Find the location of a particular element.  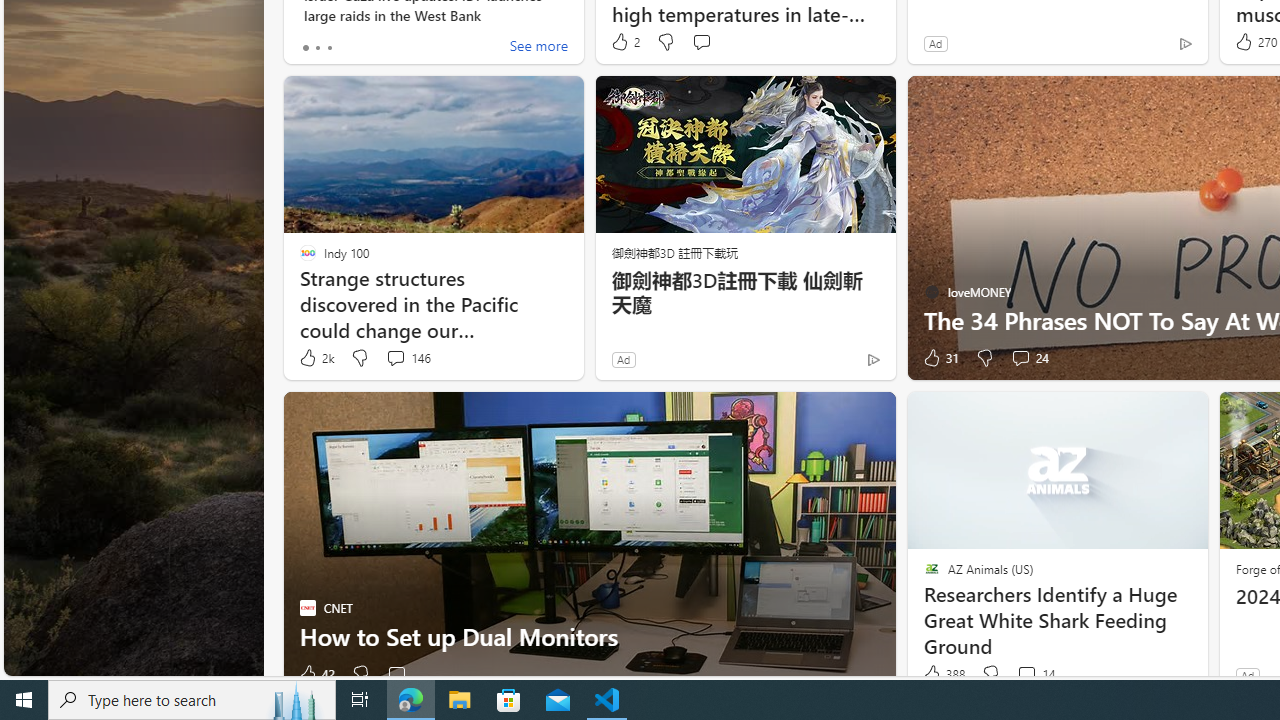

'388 Like' is located at coordinates (941, 674).